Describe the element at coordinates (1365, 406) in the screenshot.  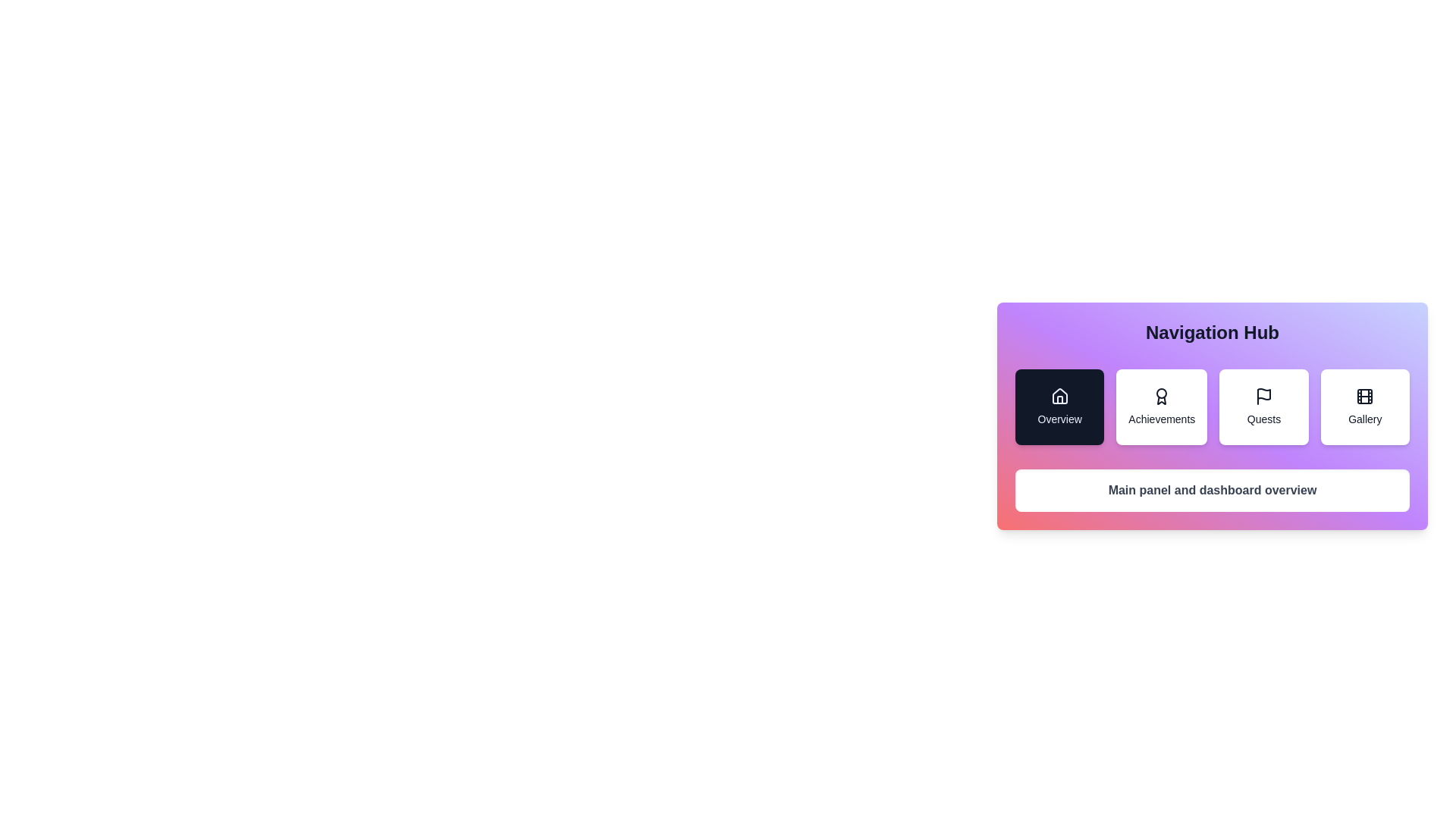
I see `the 'Gallery' button, which is a rectangular button with a white background, rounded corners, and an icon of a film reel at the top center` at that location.